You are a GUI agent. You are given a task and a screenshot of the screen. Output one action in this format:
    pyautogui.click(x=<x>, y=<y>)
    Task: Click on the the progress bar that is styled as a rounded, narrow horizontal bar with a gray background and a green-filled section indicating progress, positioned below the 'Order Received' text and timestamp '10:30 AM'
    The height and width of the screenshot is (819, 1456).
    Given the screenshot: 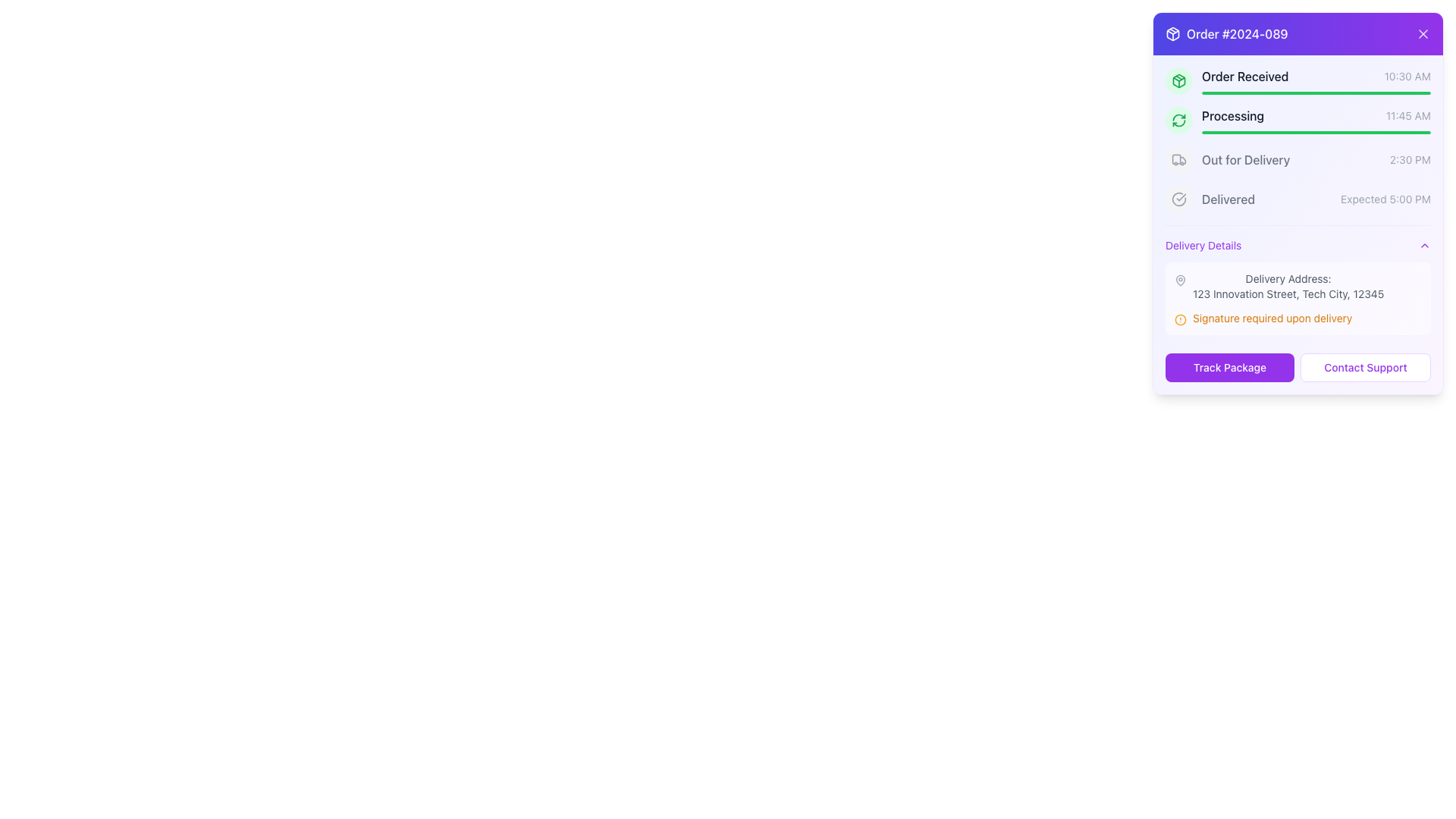 What is the action you would take?
    pyautogui.click(x=1316, y=93)
    